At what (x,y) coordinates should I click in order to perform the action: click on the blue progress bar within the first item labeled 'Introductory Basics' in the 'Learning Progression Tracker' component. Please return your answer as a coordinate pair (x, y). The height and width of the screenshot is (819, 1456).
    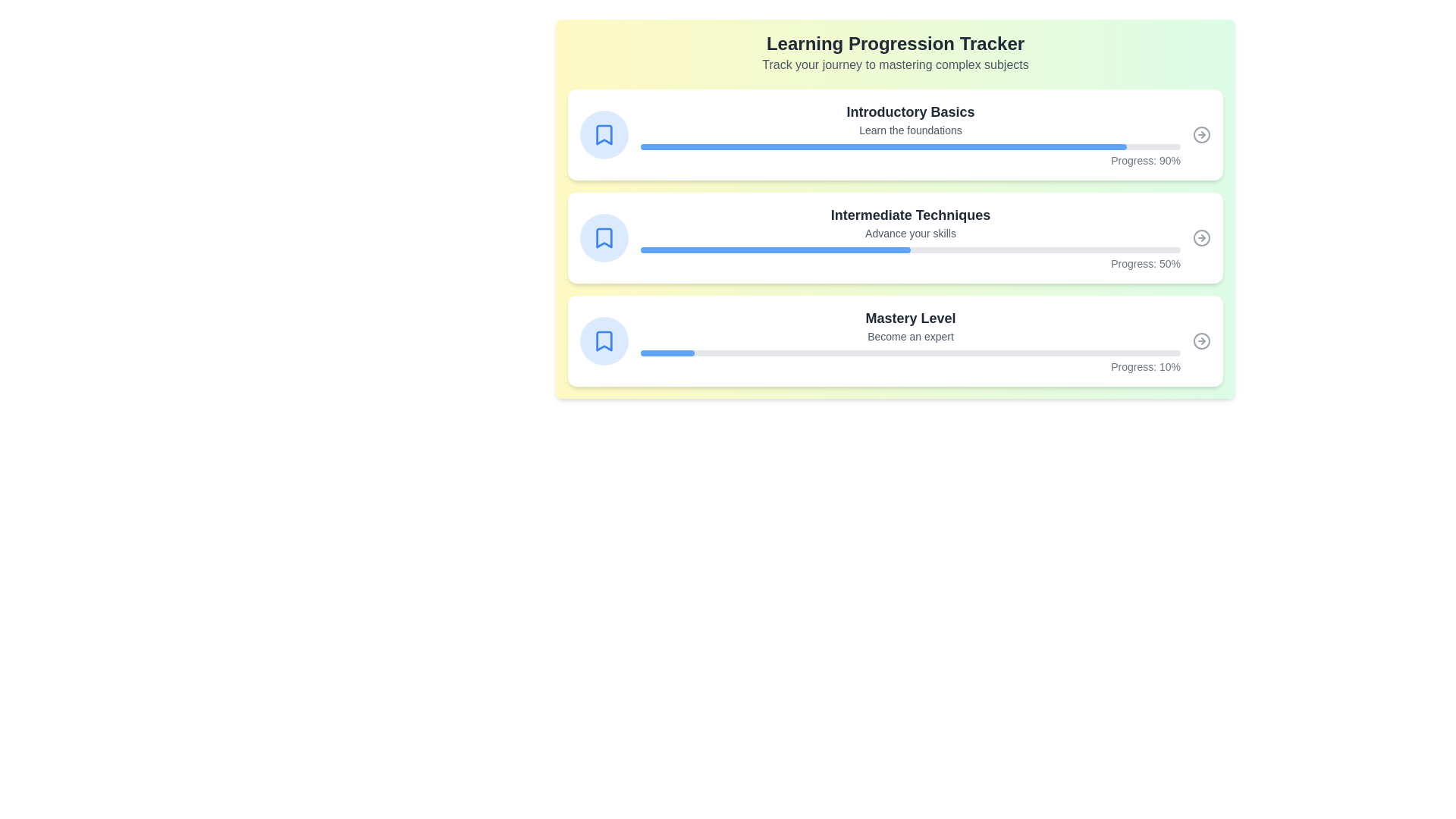
    Looking at the image, I should click on (883, 146).